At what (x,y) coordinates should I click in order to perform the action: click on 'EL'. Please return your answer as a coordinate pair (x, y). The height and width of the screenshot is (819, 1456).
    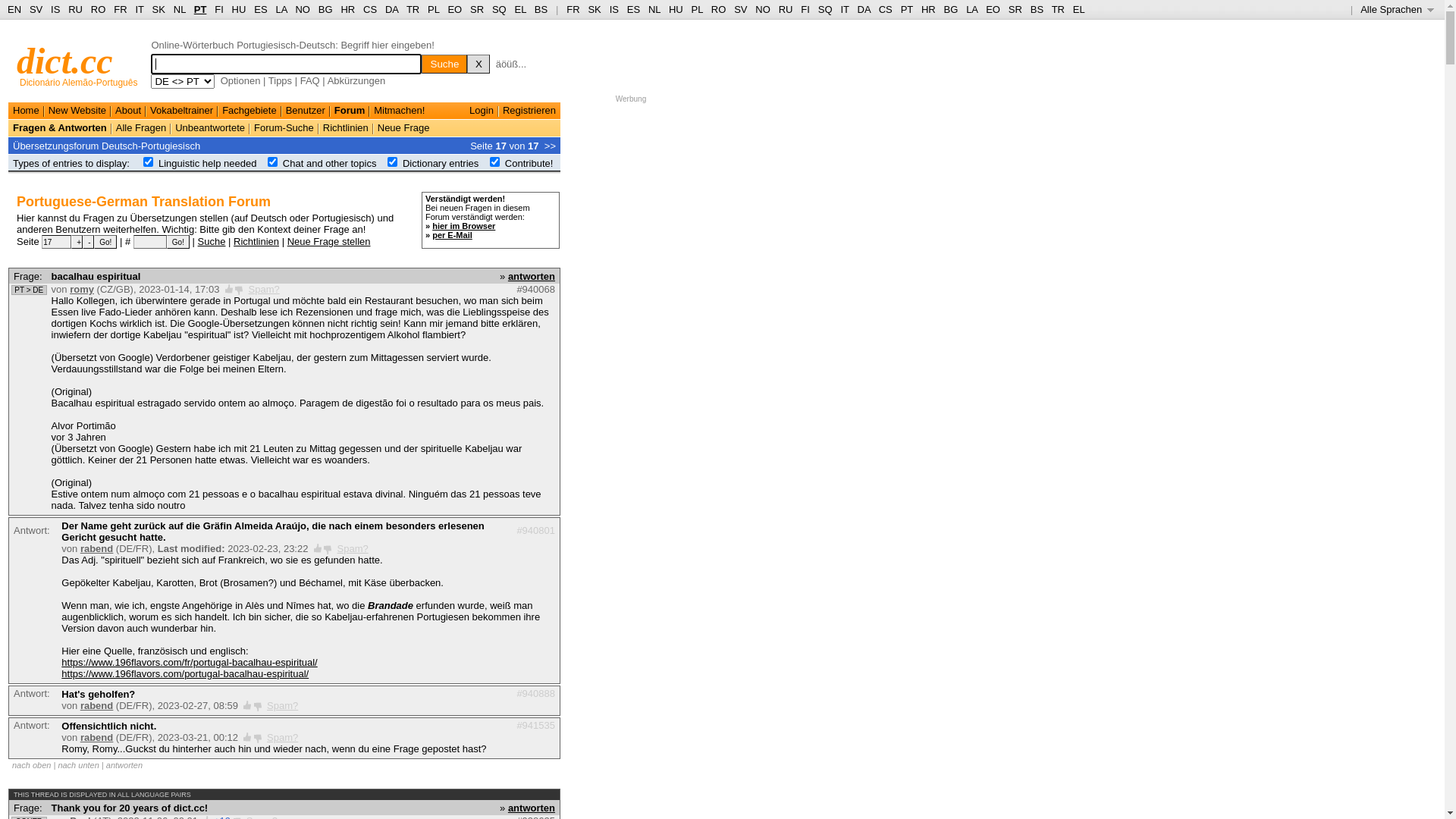
    Looking at the image, I should click on (520, 9).